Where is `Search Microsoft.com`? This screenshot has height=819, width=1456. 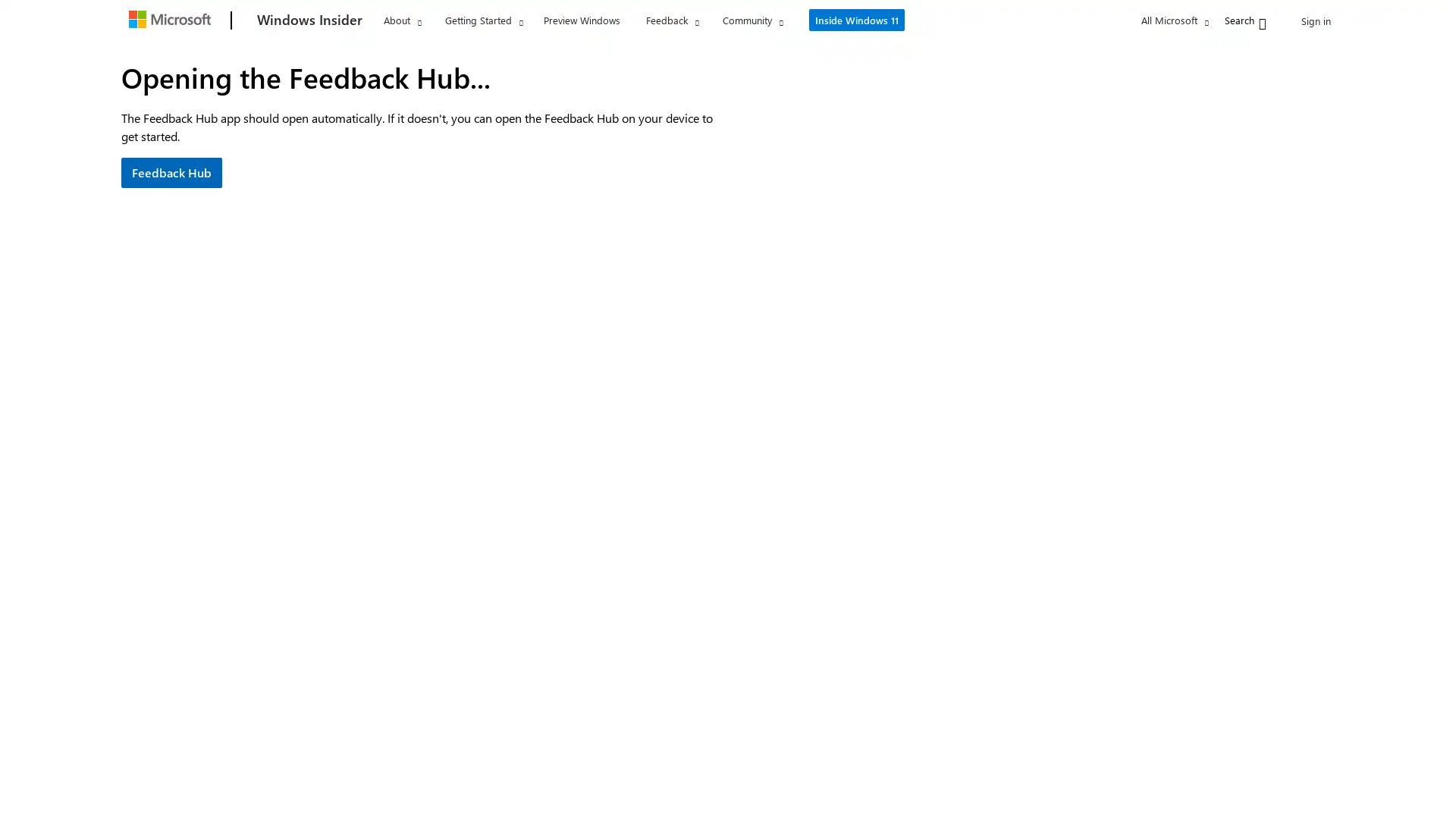 Search Microsoft.com is located at coordinates (1215, 19).